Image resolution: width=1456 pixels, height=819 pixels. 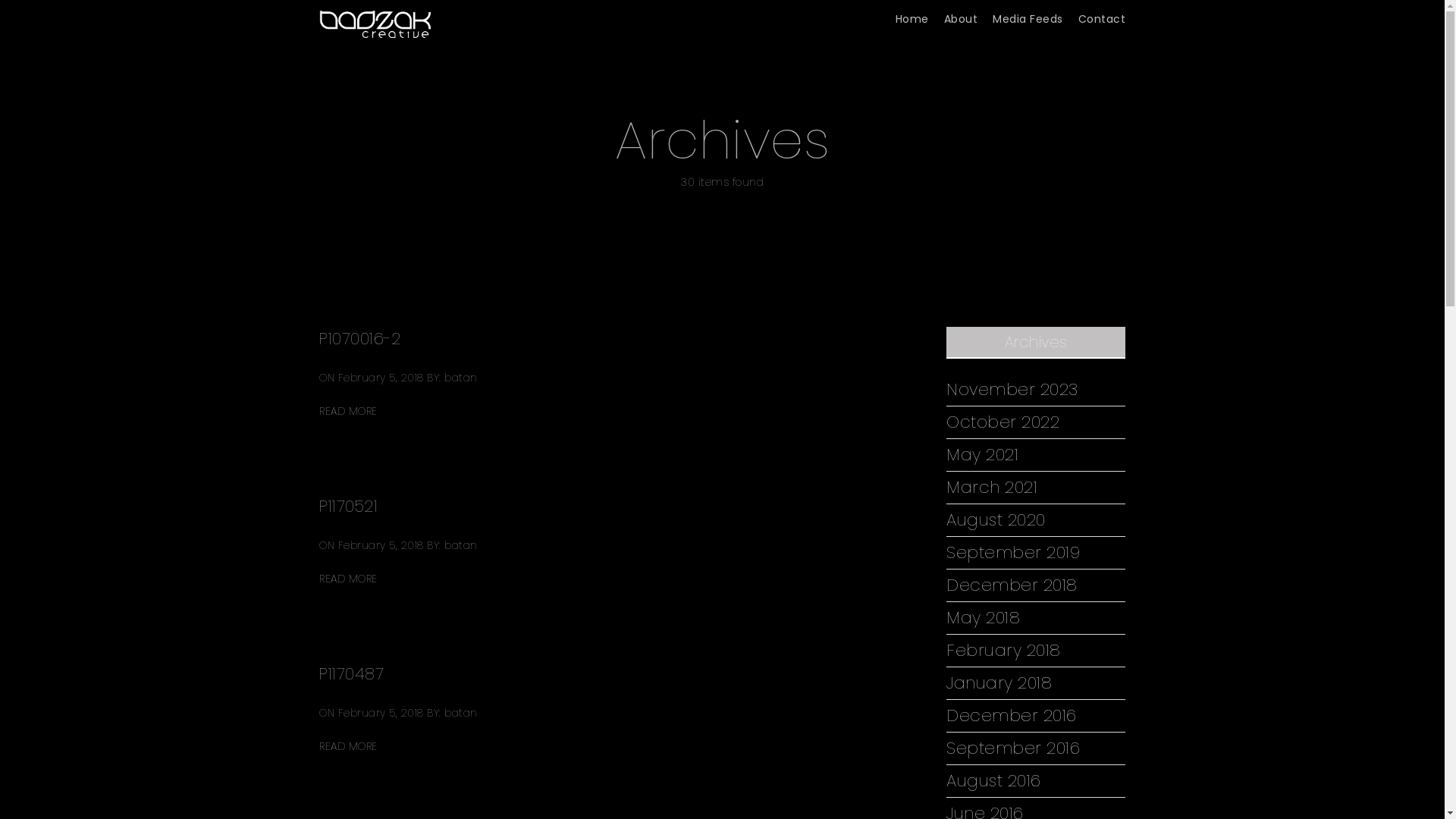 What do you see at coordinates (1012, 584) in the screenshot?
I see `'December 2018'` at bounding box center [1012, 584].